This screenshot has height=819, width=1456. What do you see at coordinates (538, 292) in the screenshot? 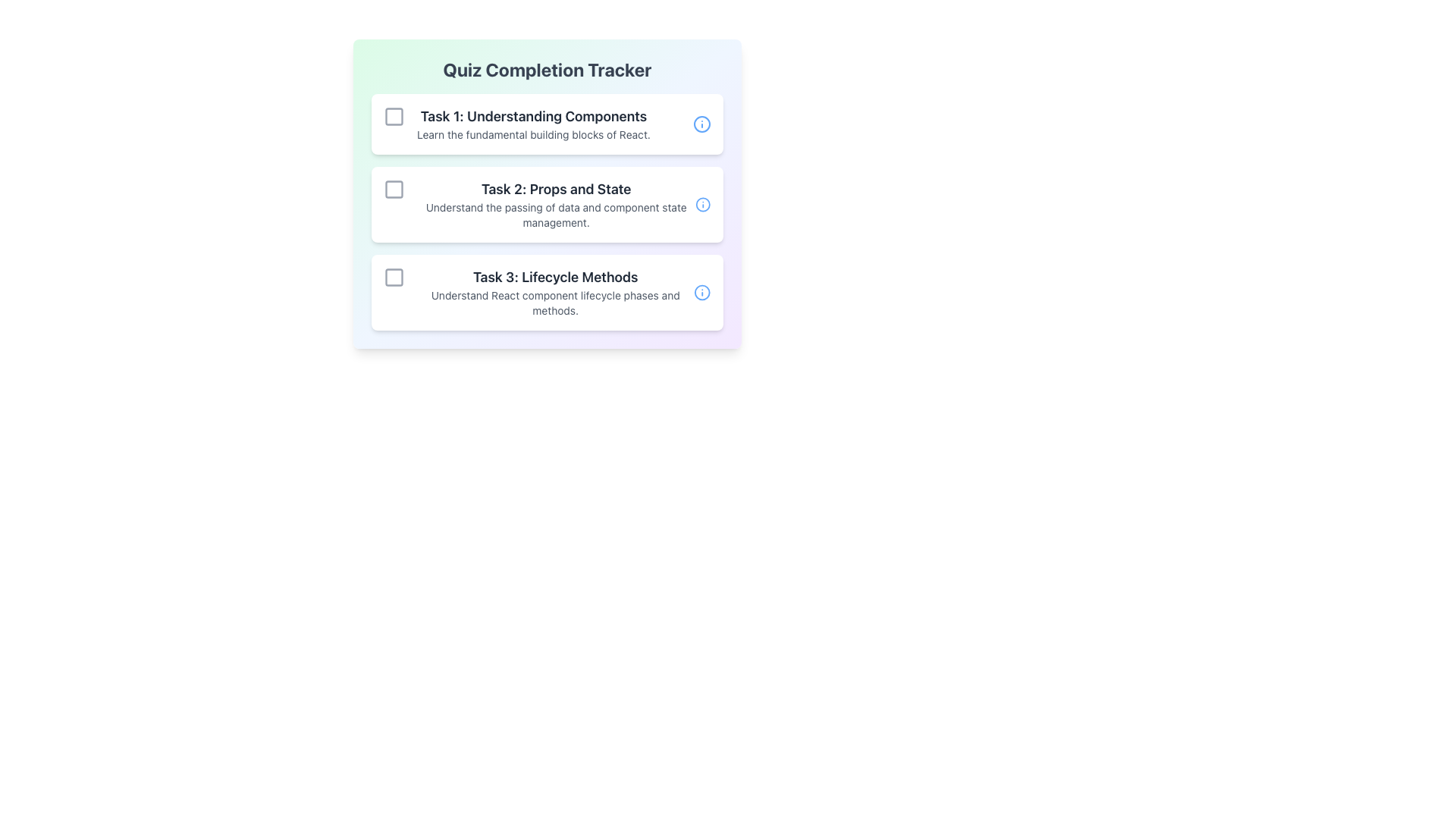
I see `the text-based static UI element located below the heading 'Task 3: Lifecycle Methods' in the 'Quiz Completion Tracker'` at bounding box center [538, 292].